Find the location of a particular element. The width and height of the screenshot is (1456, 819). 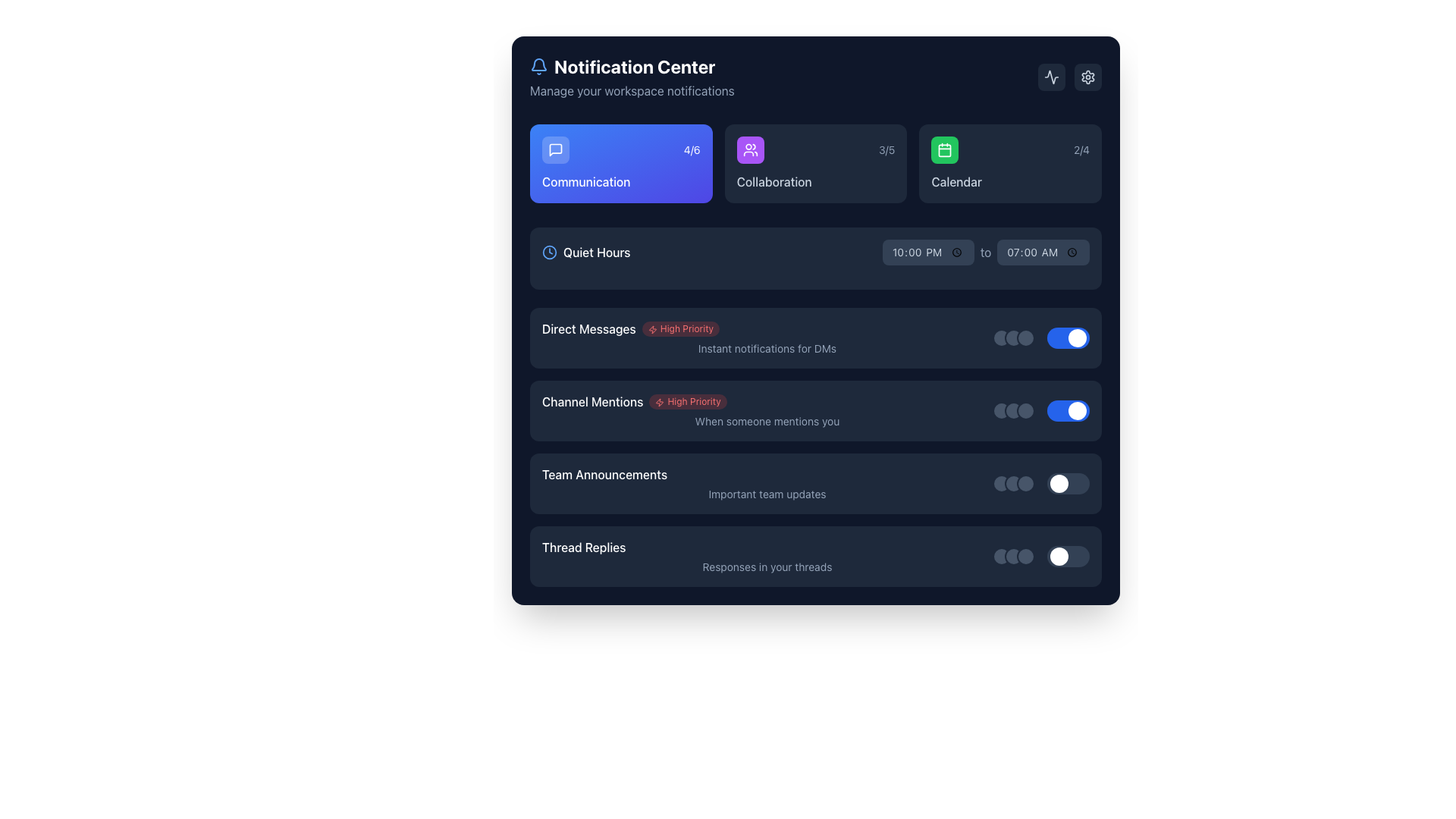

the communication icon located inside the blue rectangular button labeled 'Communication', positioned at the top-left corner of the button is located at coordinates (555, 149).